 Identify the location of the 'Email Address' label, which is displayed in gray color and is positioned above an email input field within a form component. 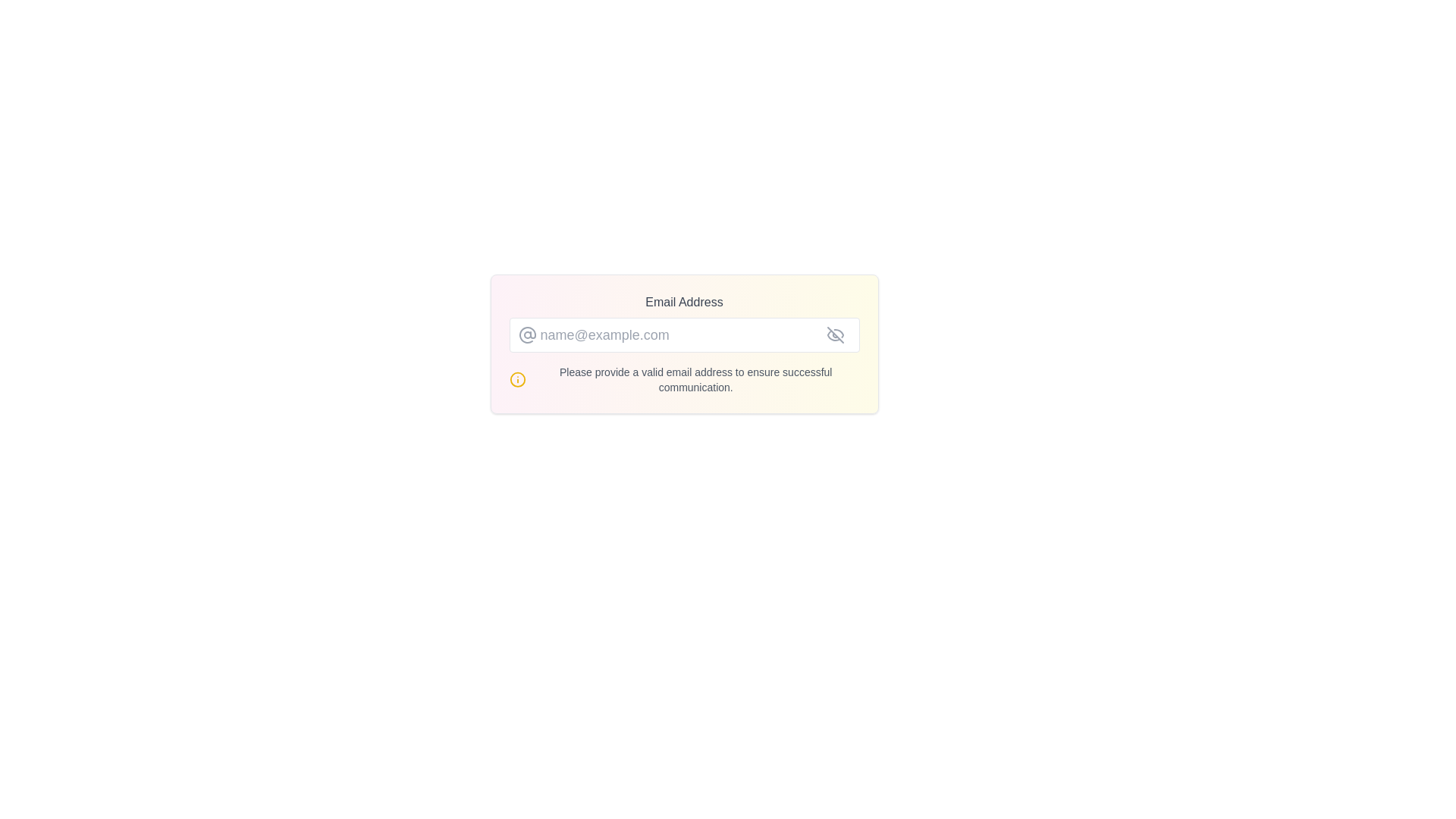
(683, 302).